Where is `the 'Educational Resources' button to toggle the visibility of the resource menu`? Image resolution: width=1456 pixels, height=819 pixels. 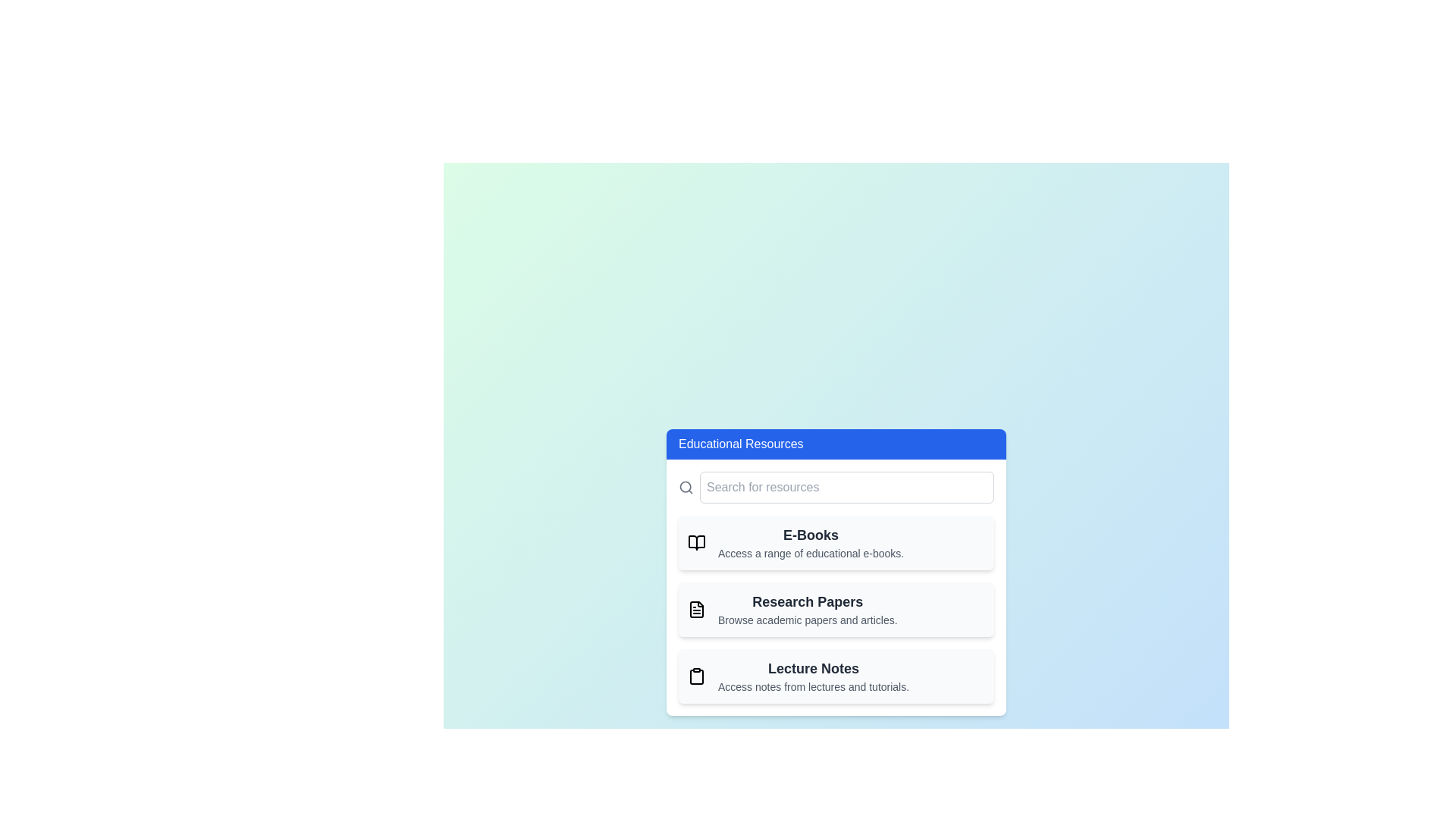 the 'Educational Resources' button to toggle the visibility of the resource menu is located at coordinates (836, 444).